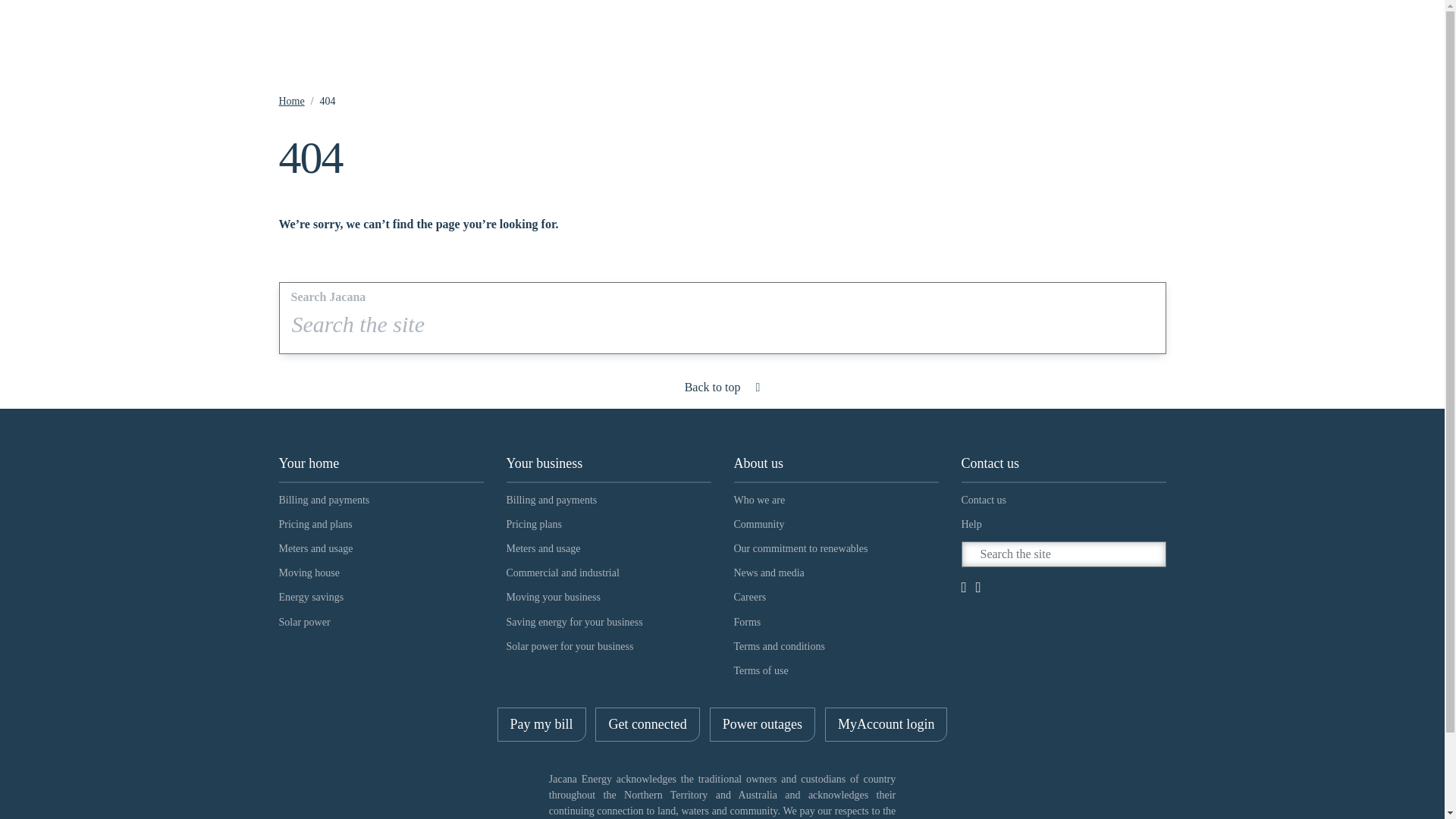  Describe the element at coordinates (762, 723) in the screenshot. I see `'Power outages'` at that location.